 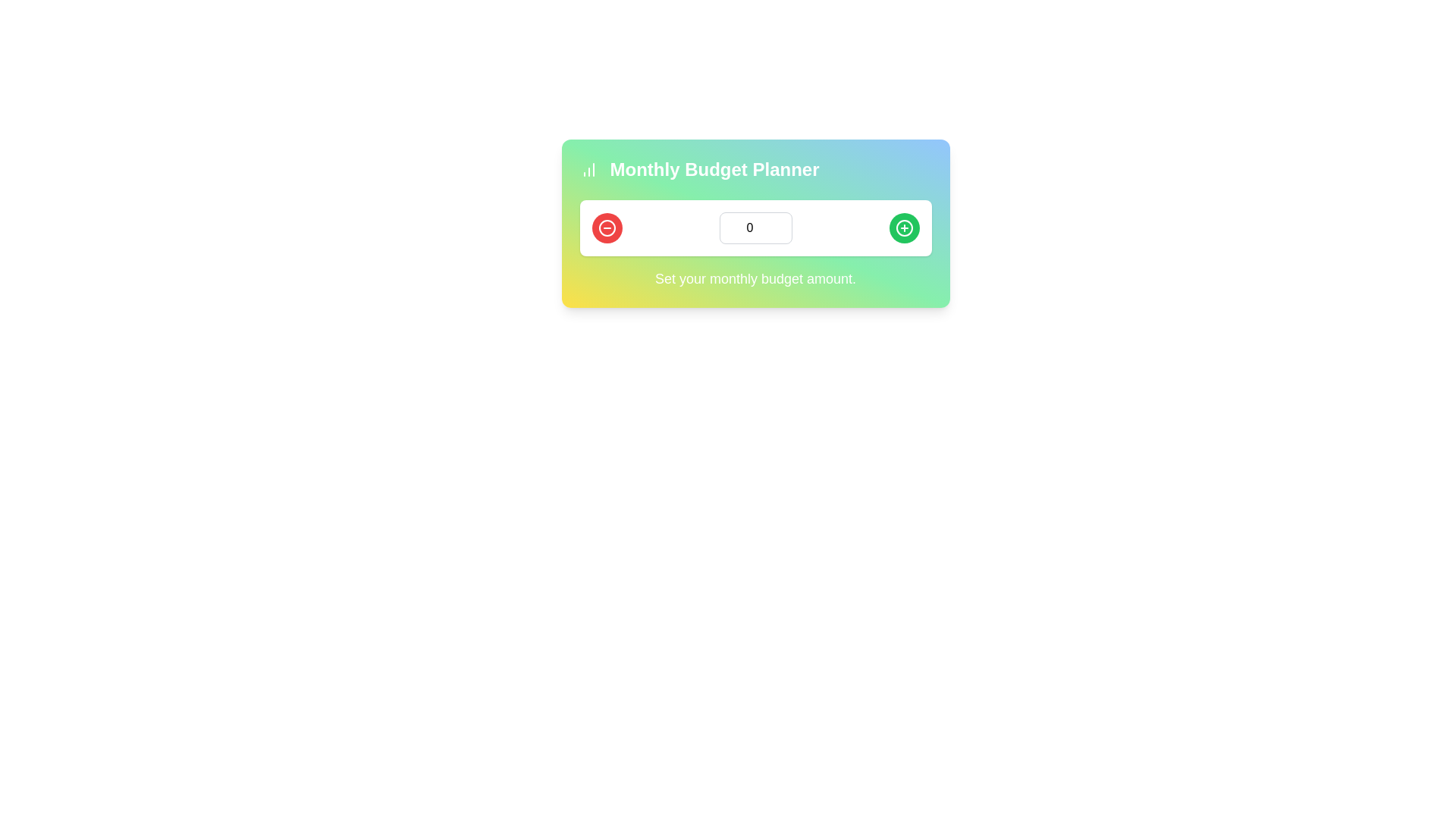 I want to click on the button on the left side of the 'Monthly Budget Planner' card to decrease the numeric value displayed in the input field, so click(x=607, y=227).